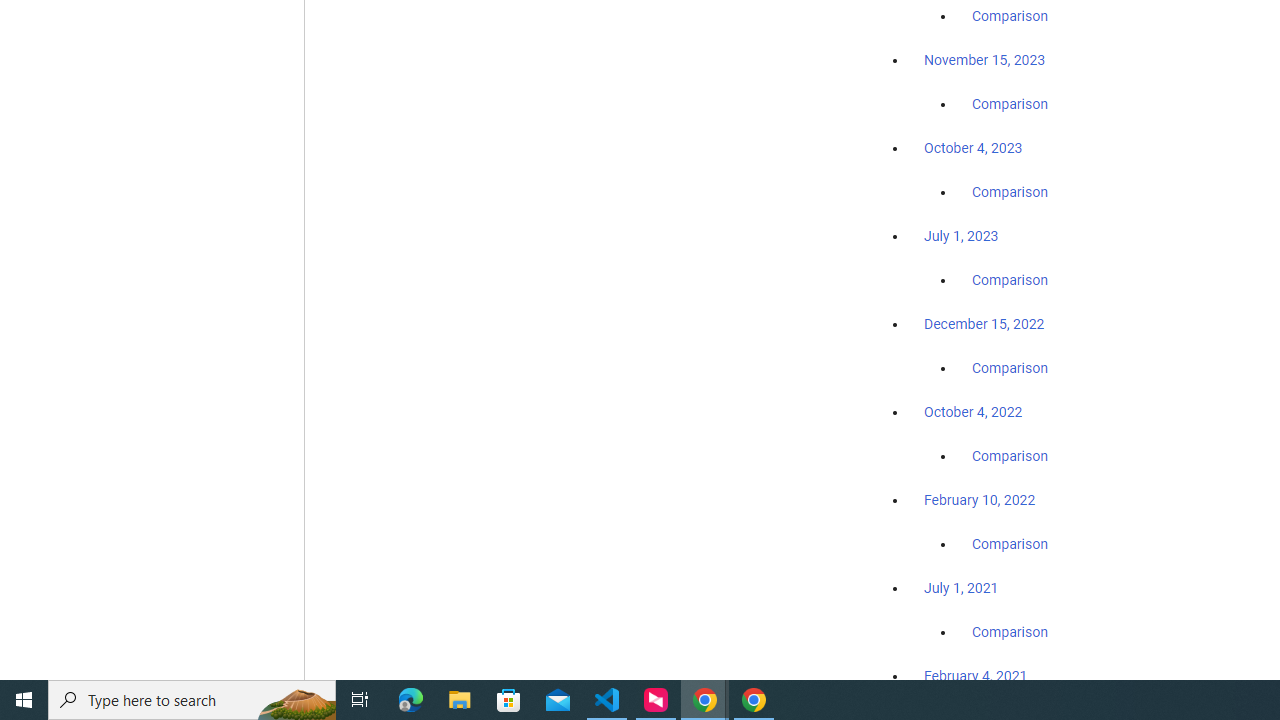  Describe the element at coordinates (973, 411) in the screenshot. I see `'October 4, 2022'` at that location.